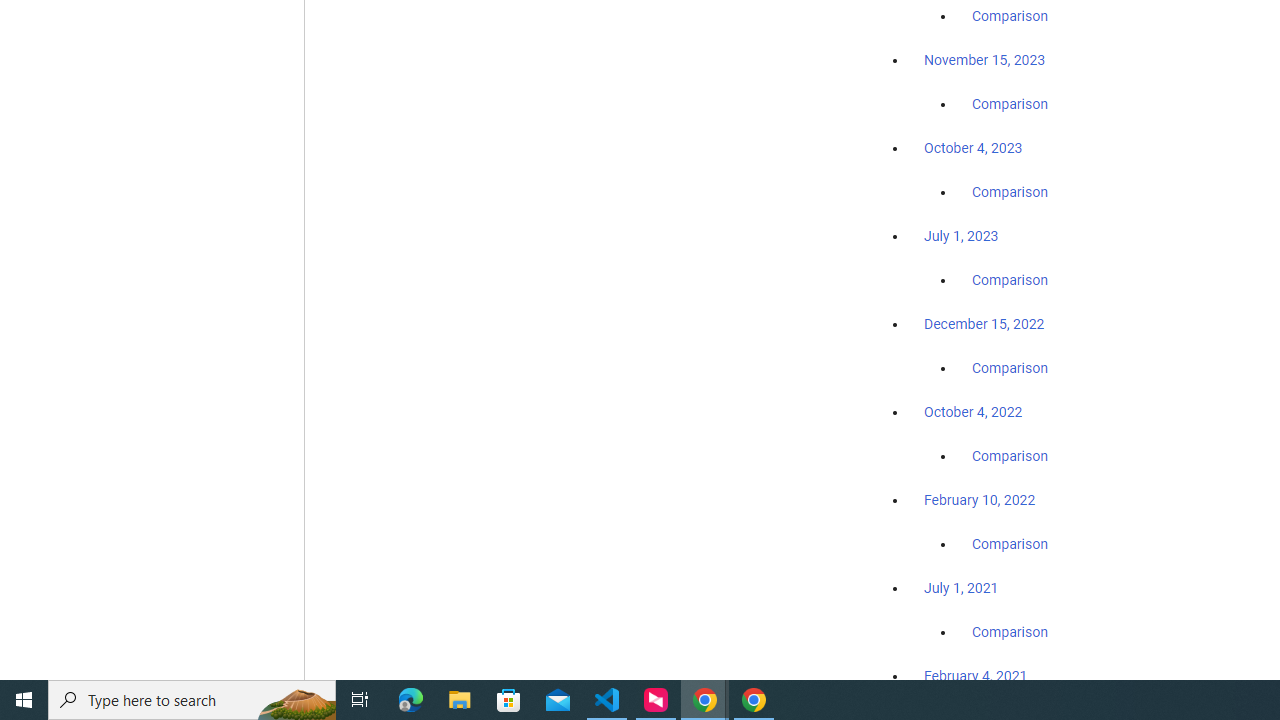  Describe the element at coordinates (973, 411) in the screenshot. I see `'October 4, 2022'` at that location.